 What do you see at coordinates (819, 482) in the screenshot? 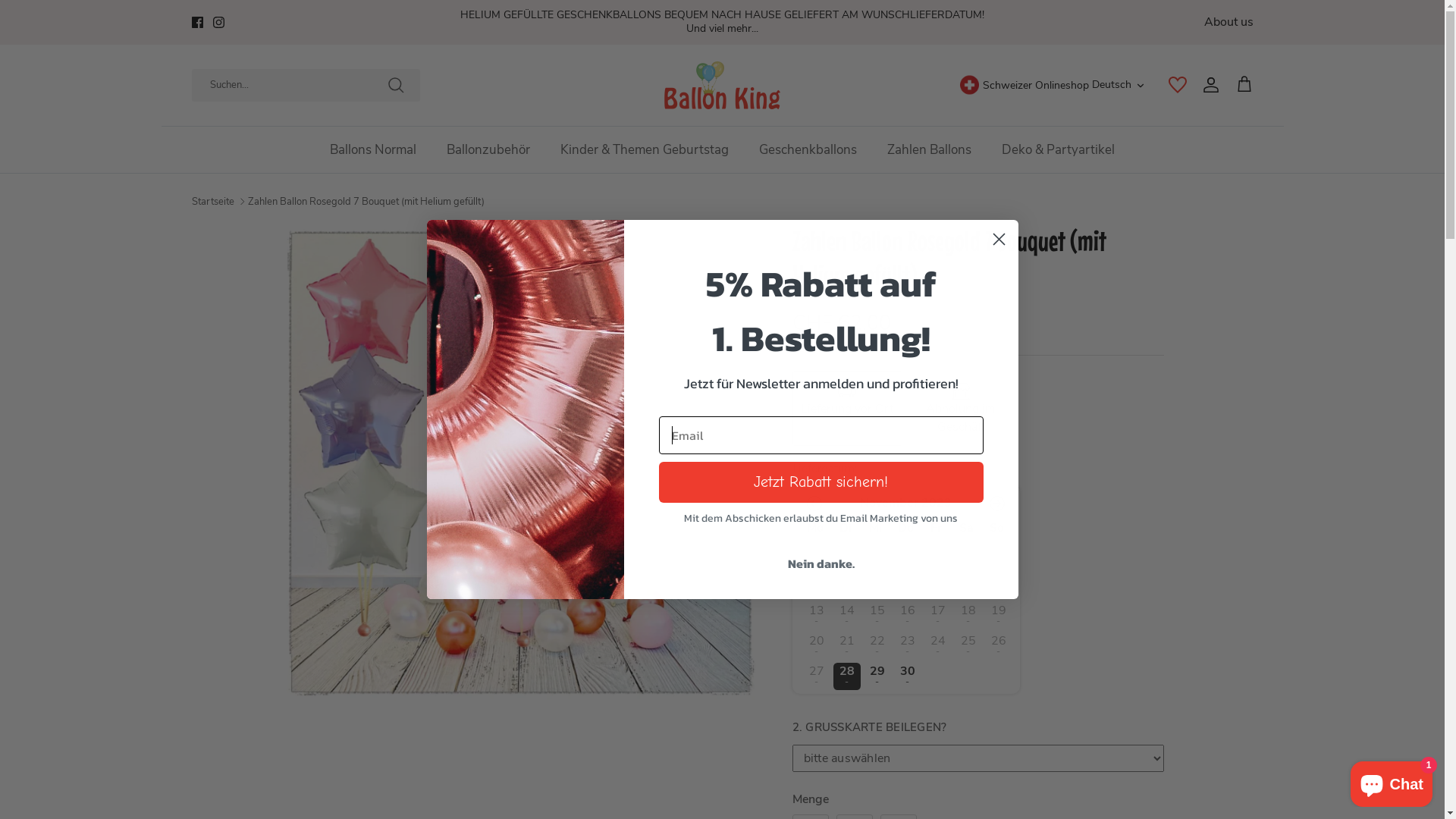
I see `'Jetzt Rabatt sichern!'` at bounding box center [819, 482].